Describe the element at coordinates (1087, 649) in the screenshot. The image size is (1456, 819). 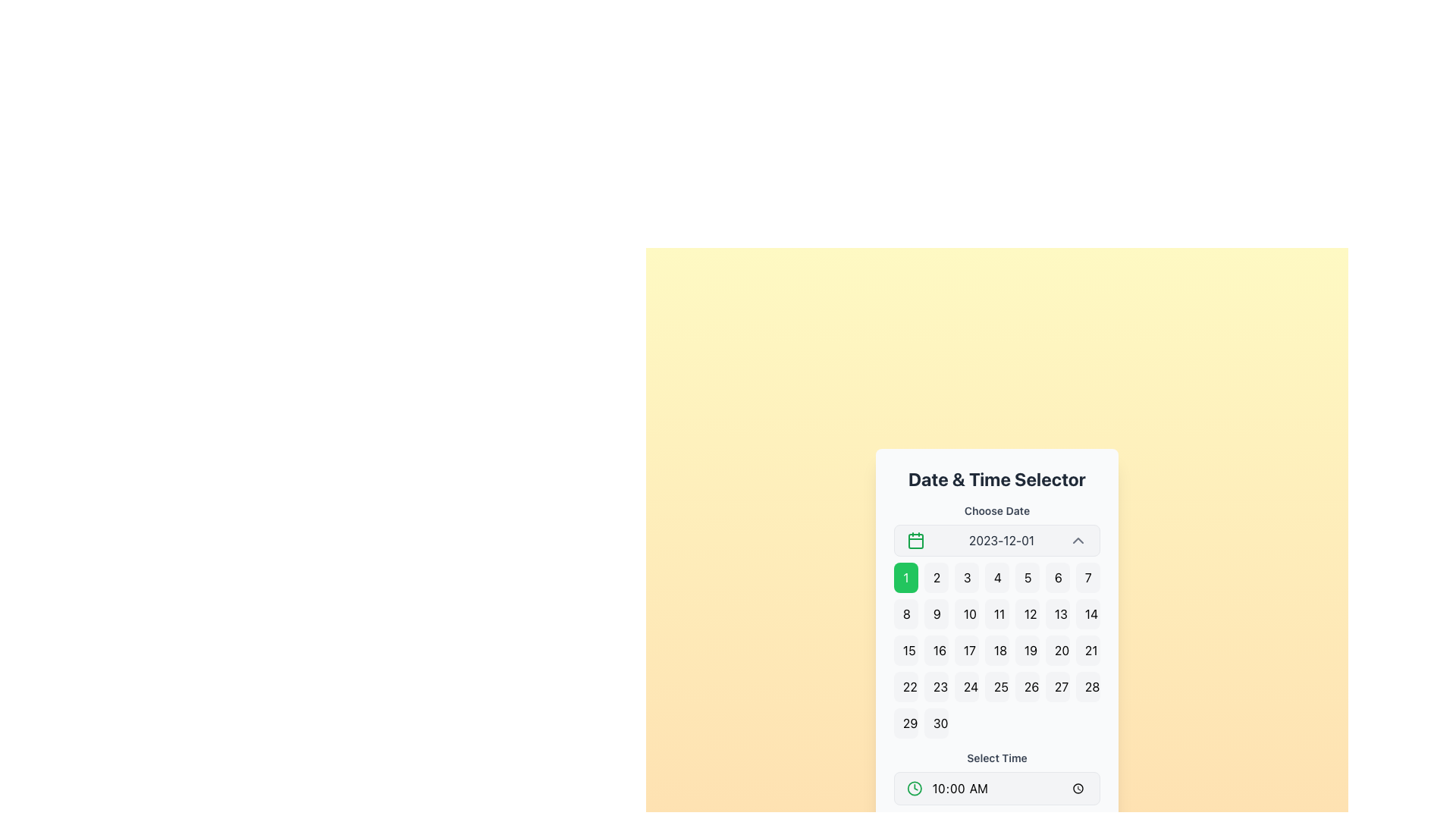
I see `the button representing the date '21st' in the date picker widget` at that location.